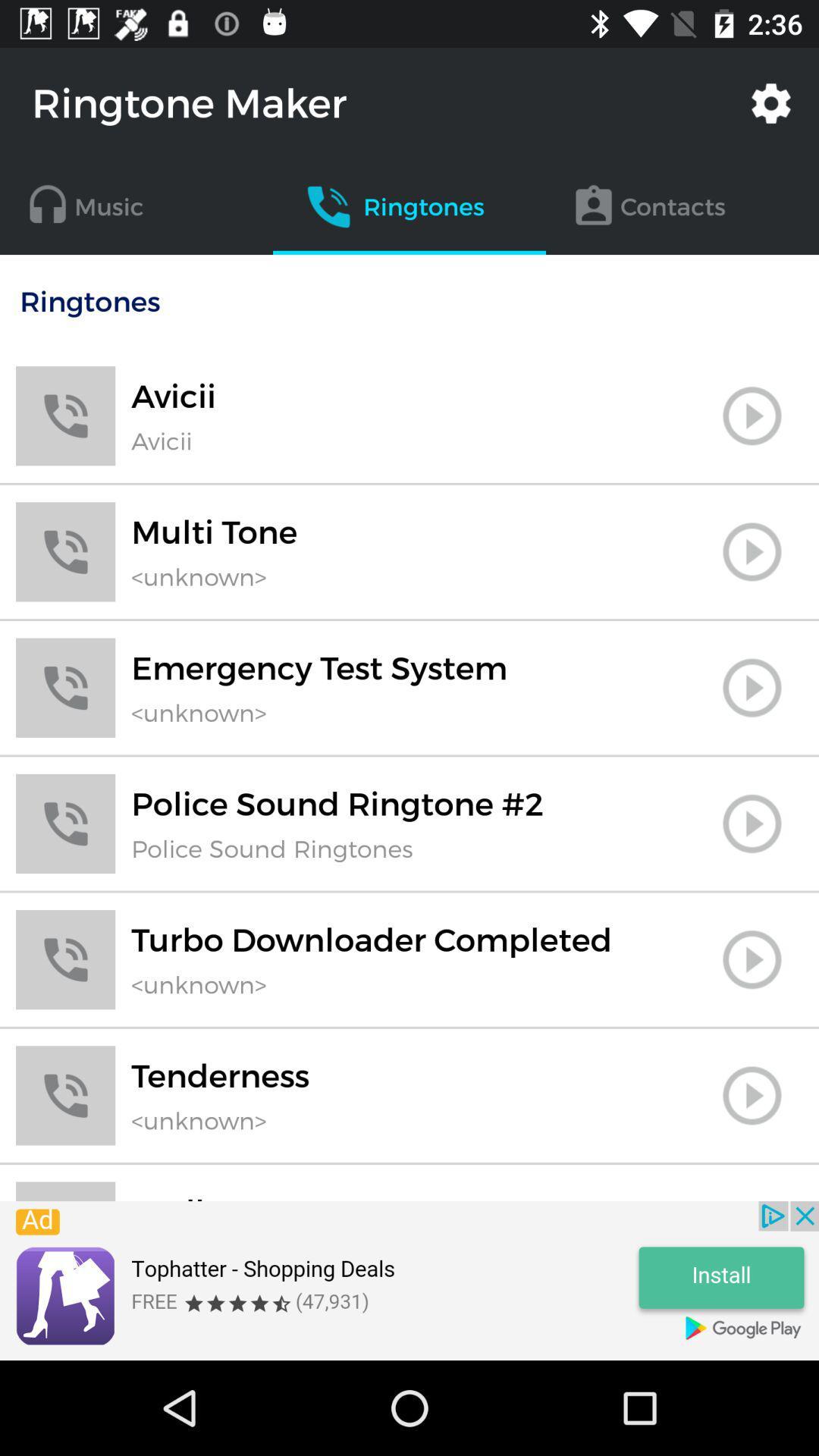 The height and width of the screenshot is (1456, 819). Describe the element at coordinates (752, 416) in the screenshot. I see `ringtone` at that location.